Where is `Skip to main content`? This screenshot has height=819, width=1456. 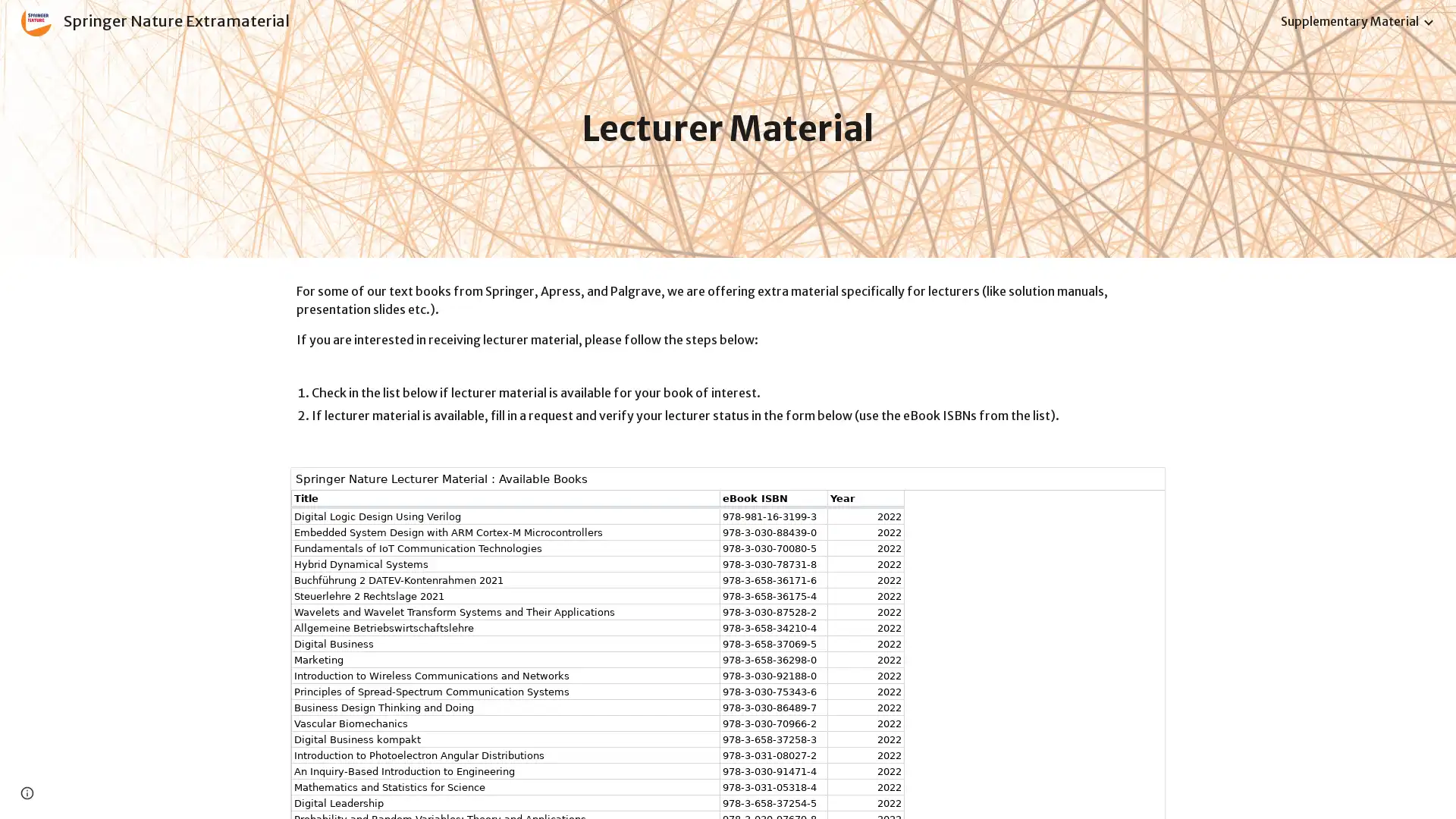 Skip to main content is located at coordinates (597, 28).